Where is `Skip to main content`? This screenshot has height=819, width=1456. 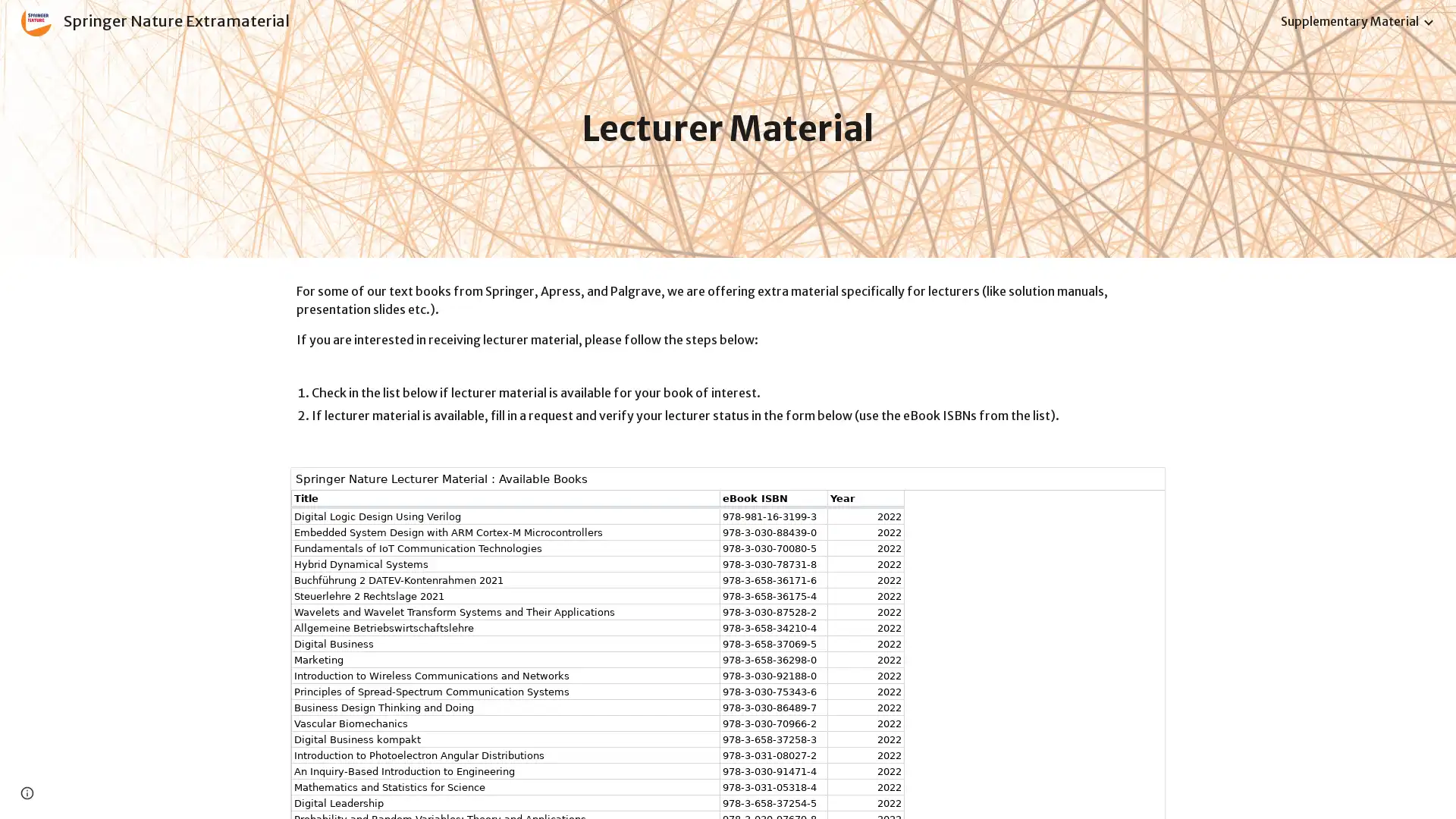 Skip to main content is located at coordinates (597, 28).